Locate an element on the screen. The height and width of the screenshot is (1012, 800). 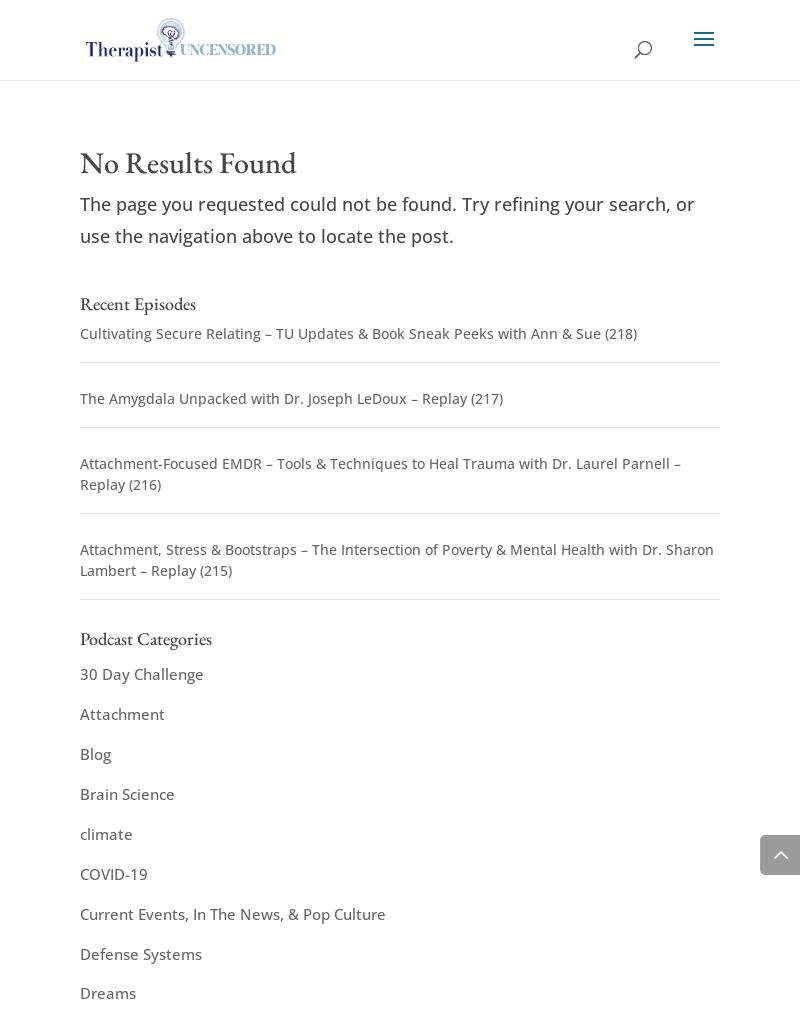
'Cultivating Secure Relating – TU Updates & Book Sneak Peeks with Ann & Sue (218)' is located at coordinates (358, 331).